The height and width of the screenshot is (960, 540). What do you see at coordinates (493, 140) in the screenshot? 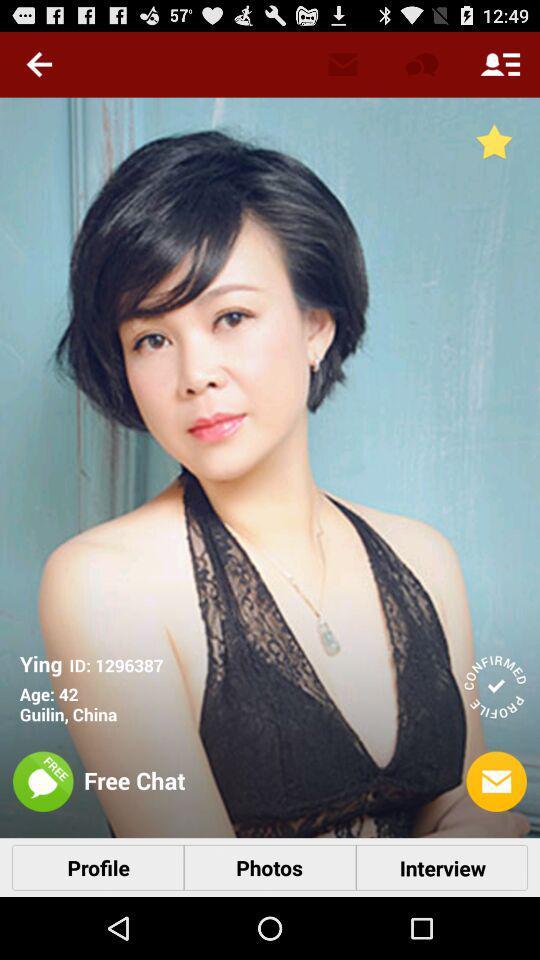
I see `the star icon on the top right corner` at bounding box center [493, 140].